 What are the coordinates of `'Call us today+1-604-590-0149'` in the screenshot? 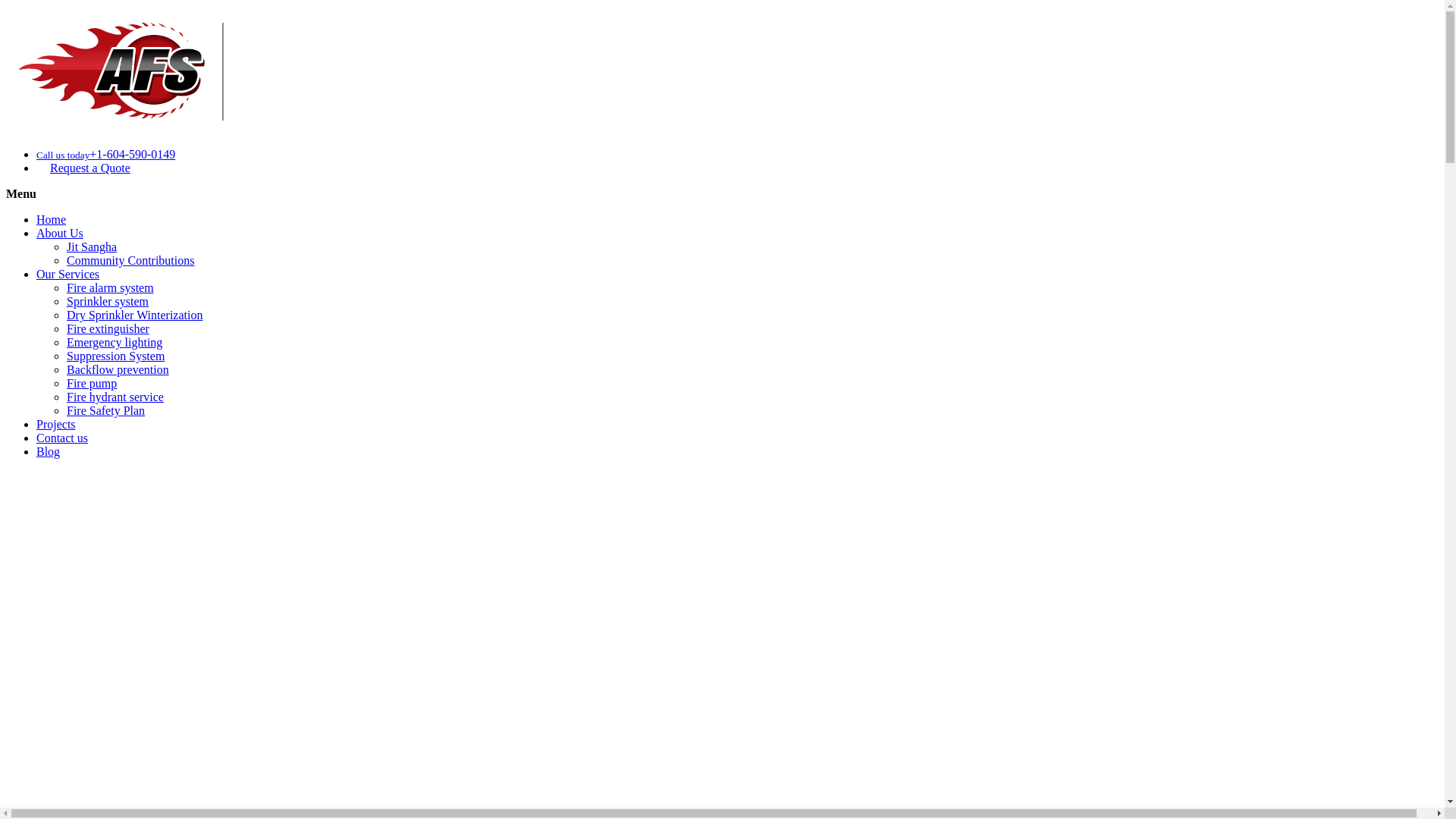 It's located at (105, 154).